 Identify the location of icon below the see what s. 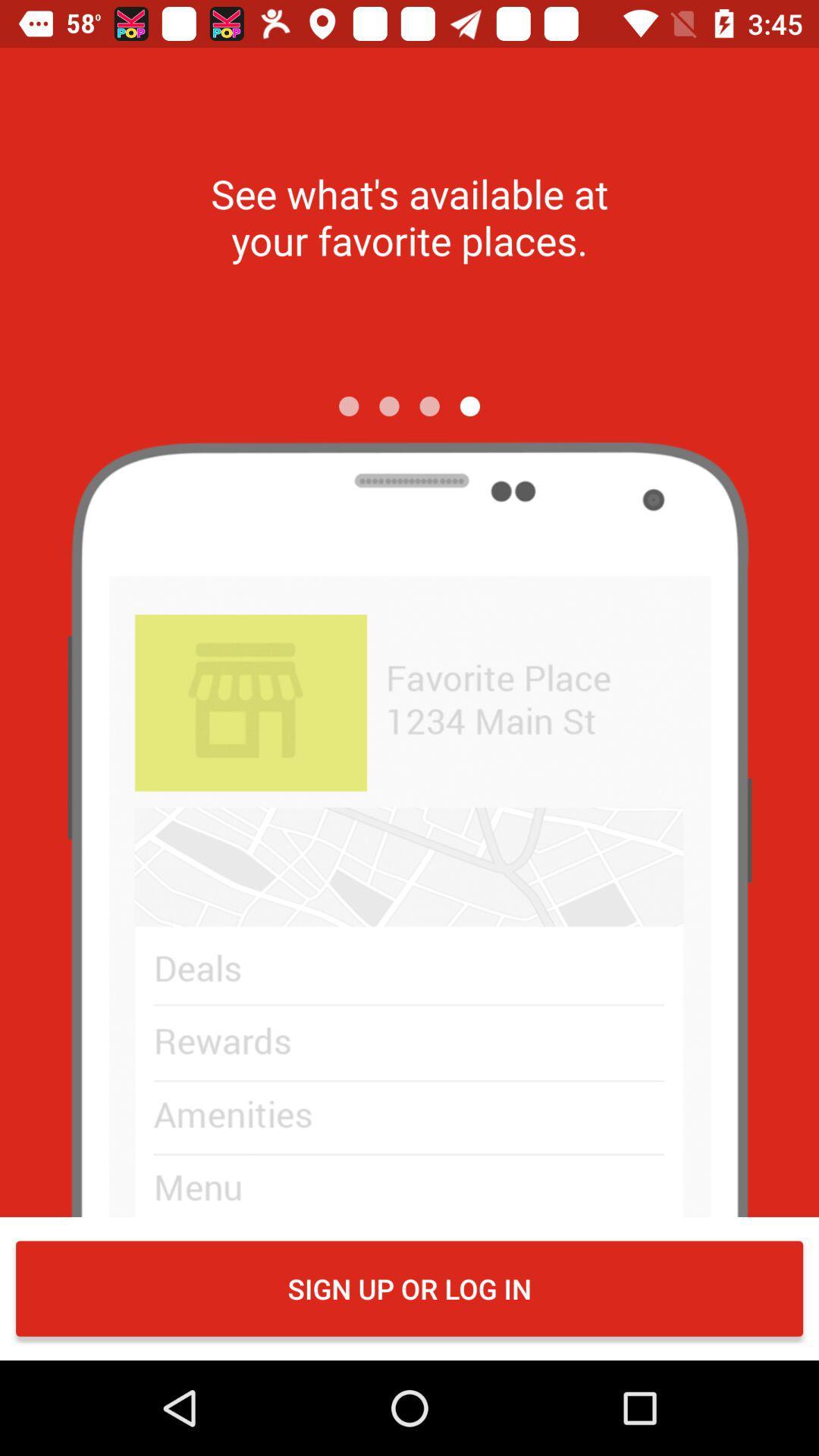
(349, 406).